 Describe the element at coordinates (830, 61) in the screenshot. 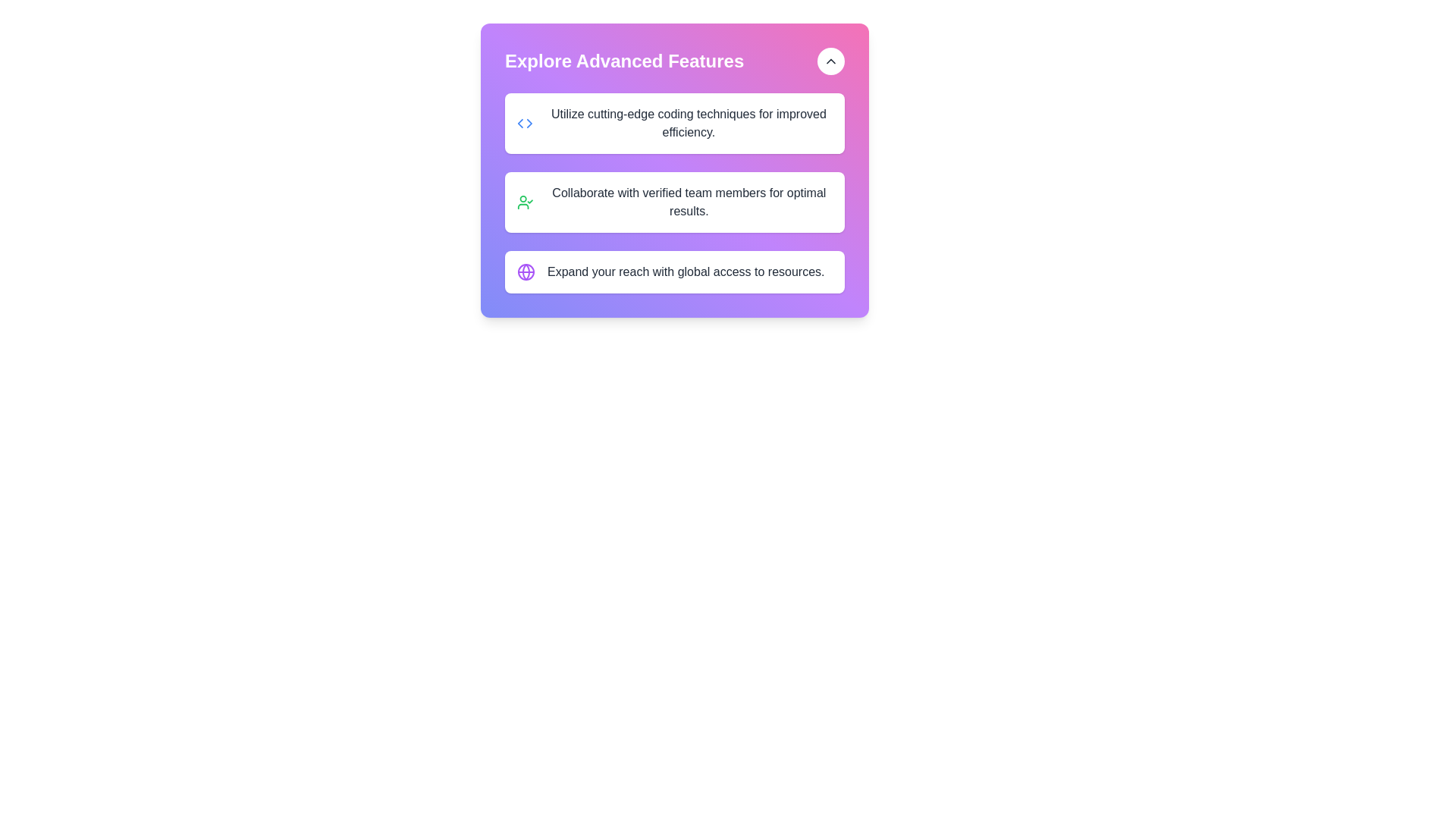

I see `the upward-pointing chevron SVG icon located in the top right corner of the card-like section with a gradient purple and pink background` at that location.